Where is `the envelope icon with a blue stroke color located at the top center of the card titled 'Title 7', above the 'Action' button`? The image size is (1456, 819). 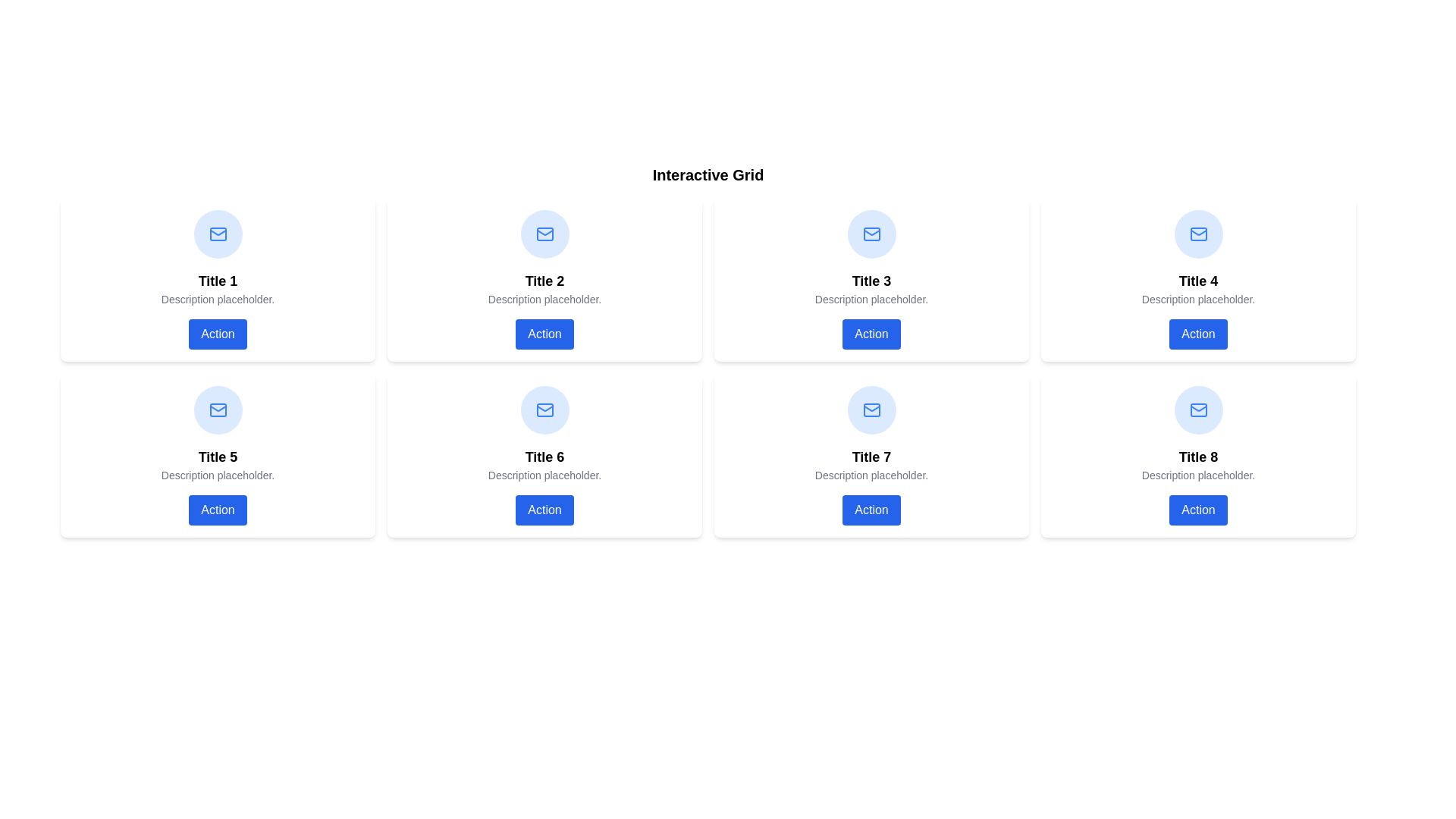 the envelope icon with a blue stroke color located at the top center of the card titled 'Title 7', above the 'Action' button is located at coordinates (871, 409).